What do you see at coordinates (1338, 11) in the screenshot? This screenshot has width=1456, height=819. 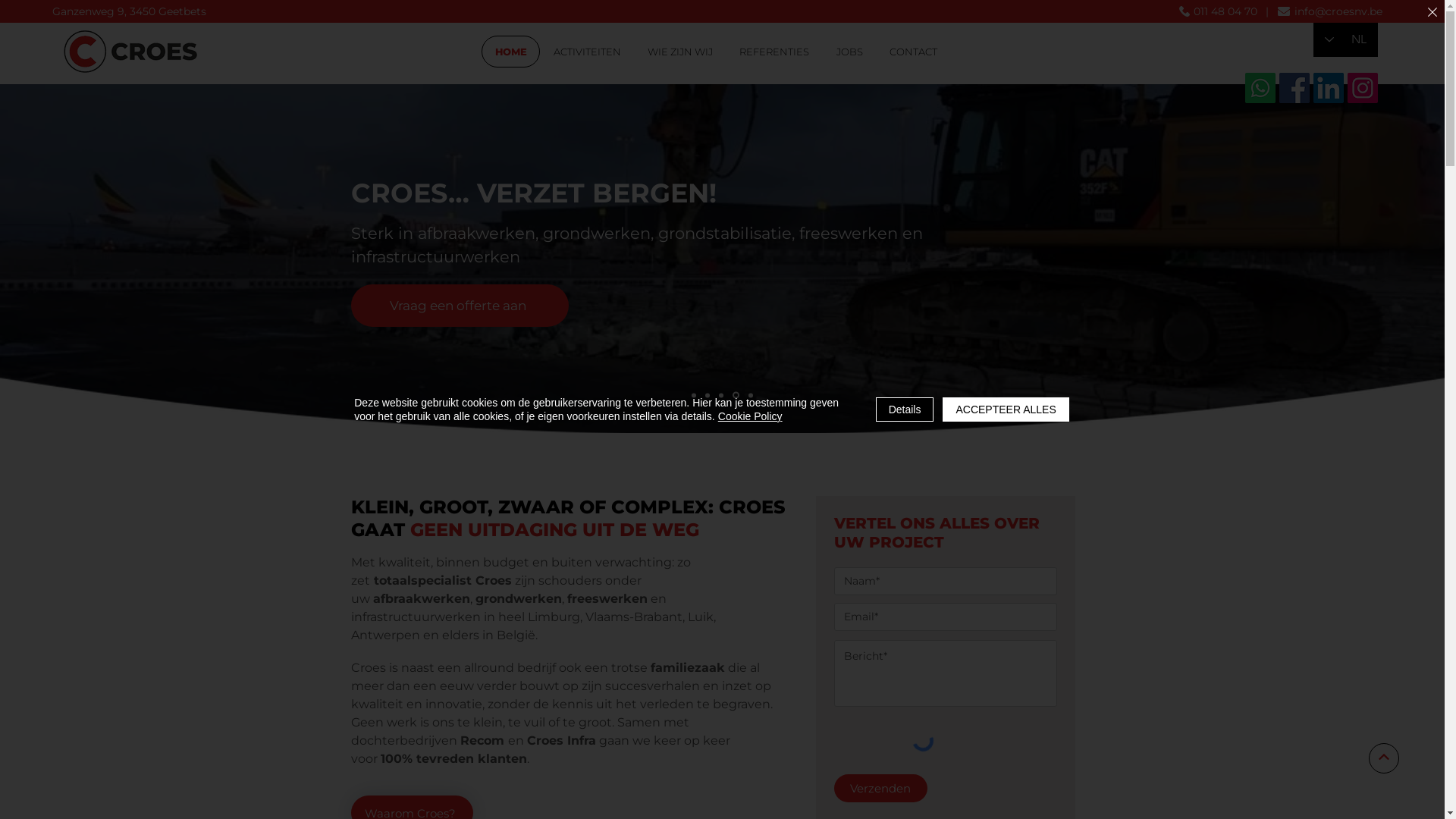 I see `'info@croesnv.be'` at bounding box center [1338, 11].